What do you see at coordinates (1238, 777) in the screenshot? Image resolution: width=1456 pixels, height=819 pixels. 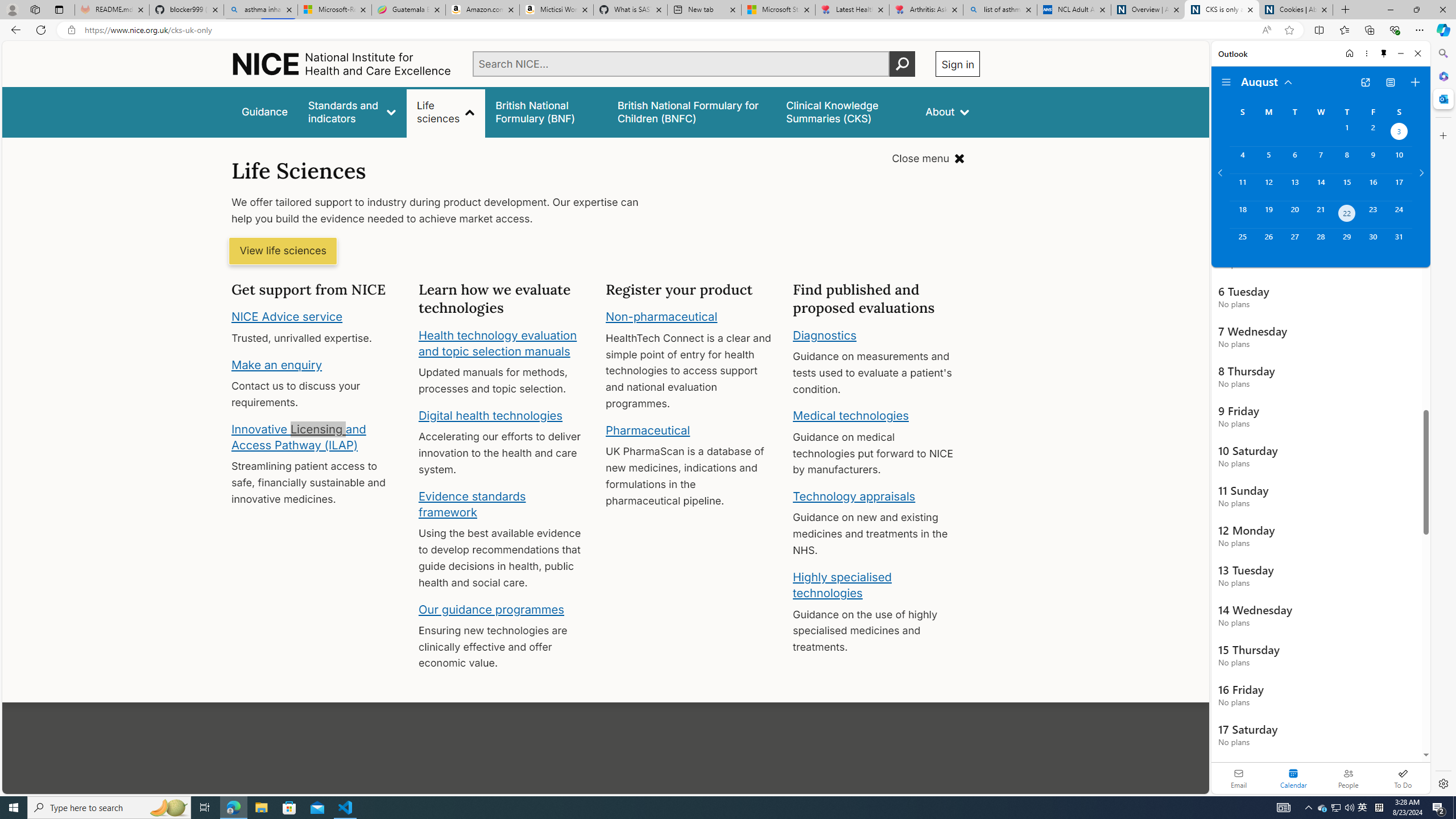 I see `'Email'` at bounding box center [1238, 777].